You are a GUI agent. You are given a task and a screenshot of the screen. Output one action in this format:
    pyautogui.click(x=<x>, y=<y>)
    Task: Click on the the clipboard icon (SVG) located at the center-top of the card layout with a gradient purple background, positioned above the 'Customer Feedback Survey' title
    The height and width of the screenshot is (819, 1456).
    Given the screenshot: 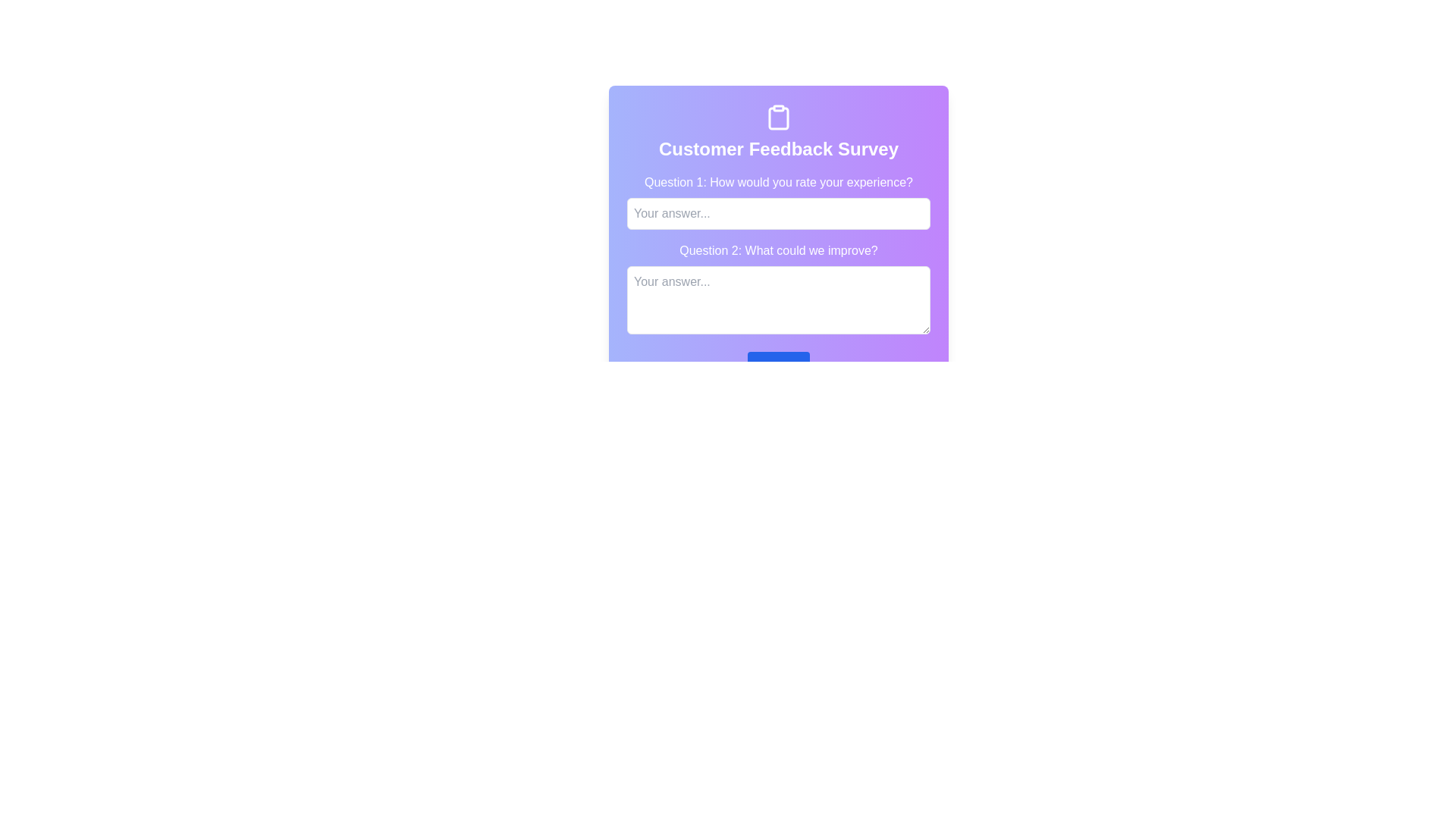 What is the action you would take?
    pyautogui.click(x=779, y=116)
    